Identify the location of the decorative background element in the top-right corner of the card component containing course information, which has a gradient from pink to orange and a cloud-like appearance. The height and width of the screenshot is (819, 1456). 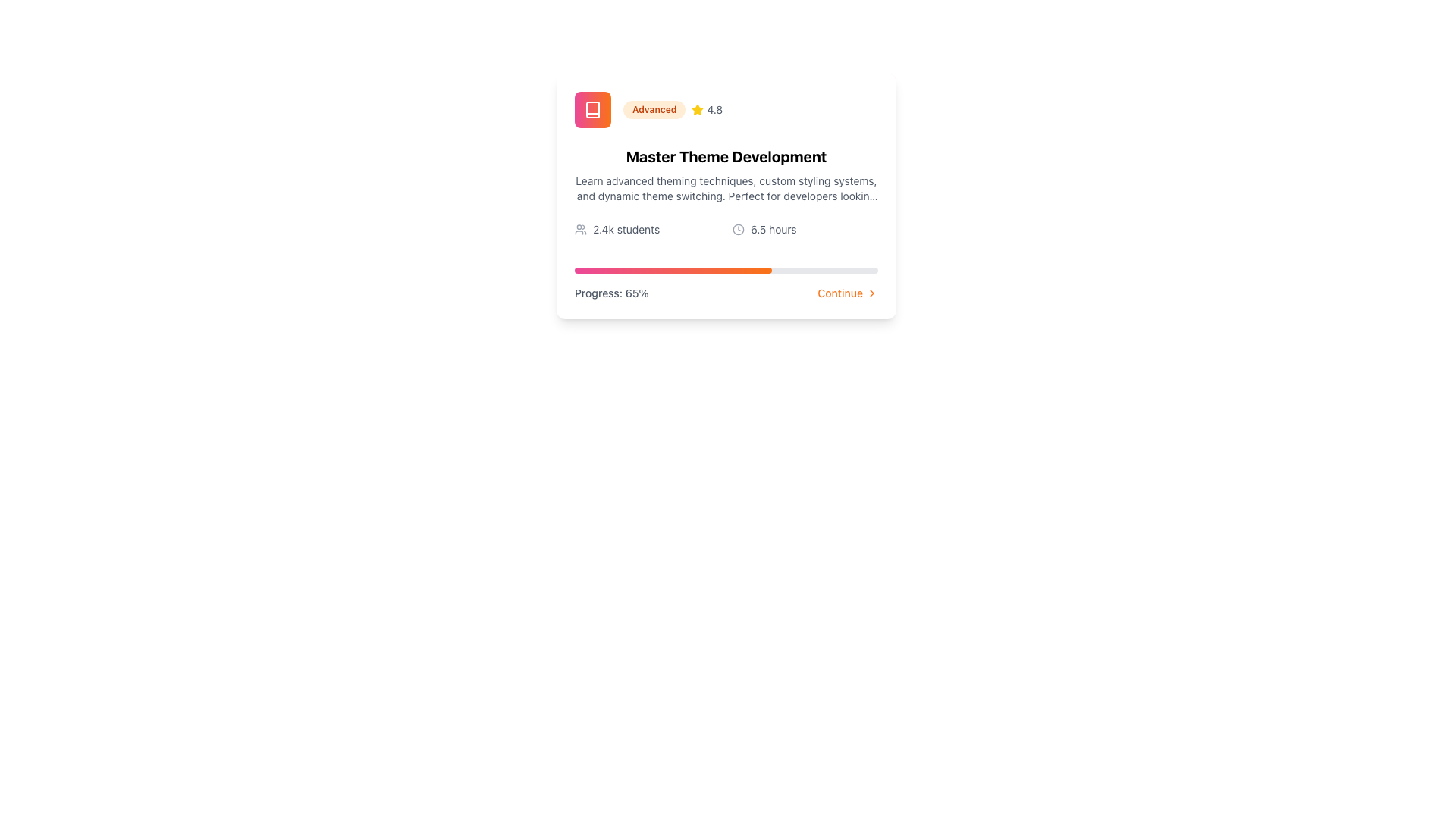
(847, 121).